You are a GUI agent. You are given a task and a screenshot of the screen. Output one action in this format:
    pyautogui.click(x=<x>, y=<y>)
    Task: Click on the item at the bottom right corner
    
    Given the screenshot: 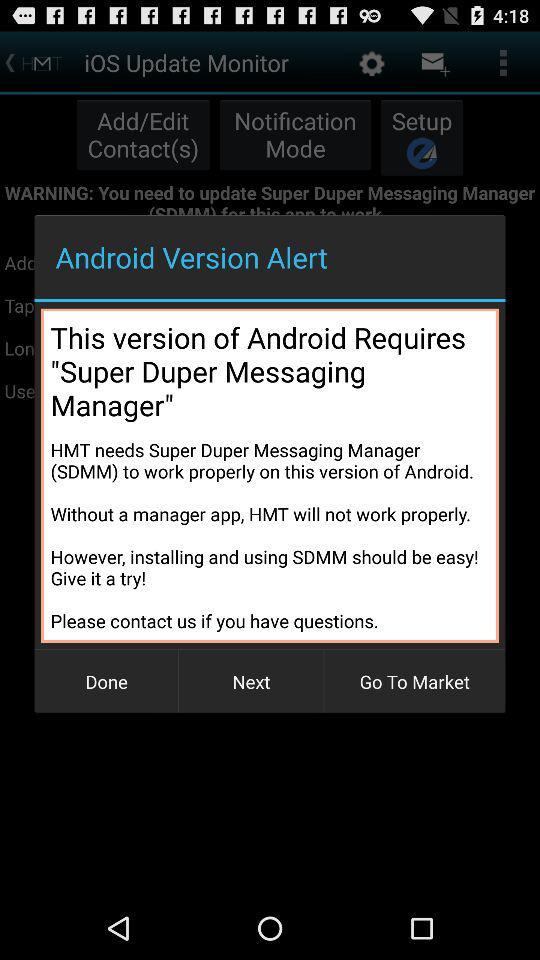 What is the action you would take?
    pyautogui.click(x=413, y=681)
    